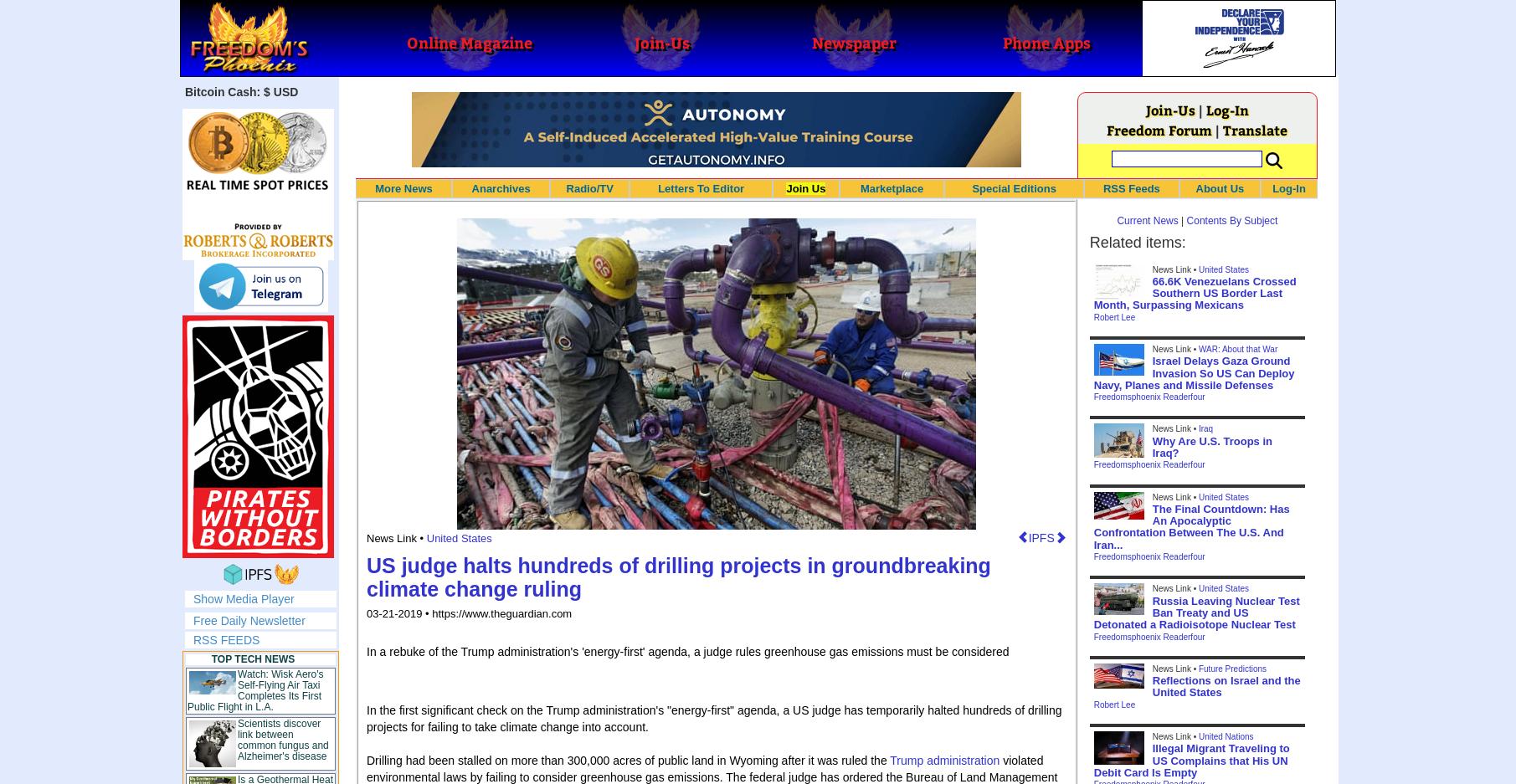 The width and height of the screenshot is (1516, 784). What do you see at coordinates (1195, 292) in the screenshot?
I see `'66.6K Venezuelans Crossed Southern US Border Last Month, Surpassing Mexicans'` at bounding box center [1195, 292].